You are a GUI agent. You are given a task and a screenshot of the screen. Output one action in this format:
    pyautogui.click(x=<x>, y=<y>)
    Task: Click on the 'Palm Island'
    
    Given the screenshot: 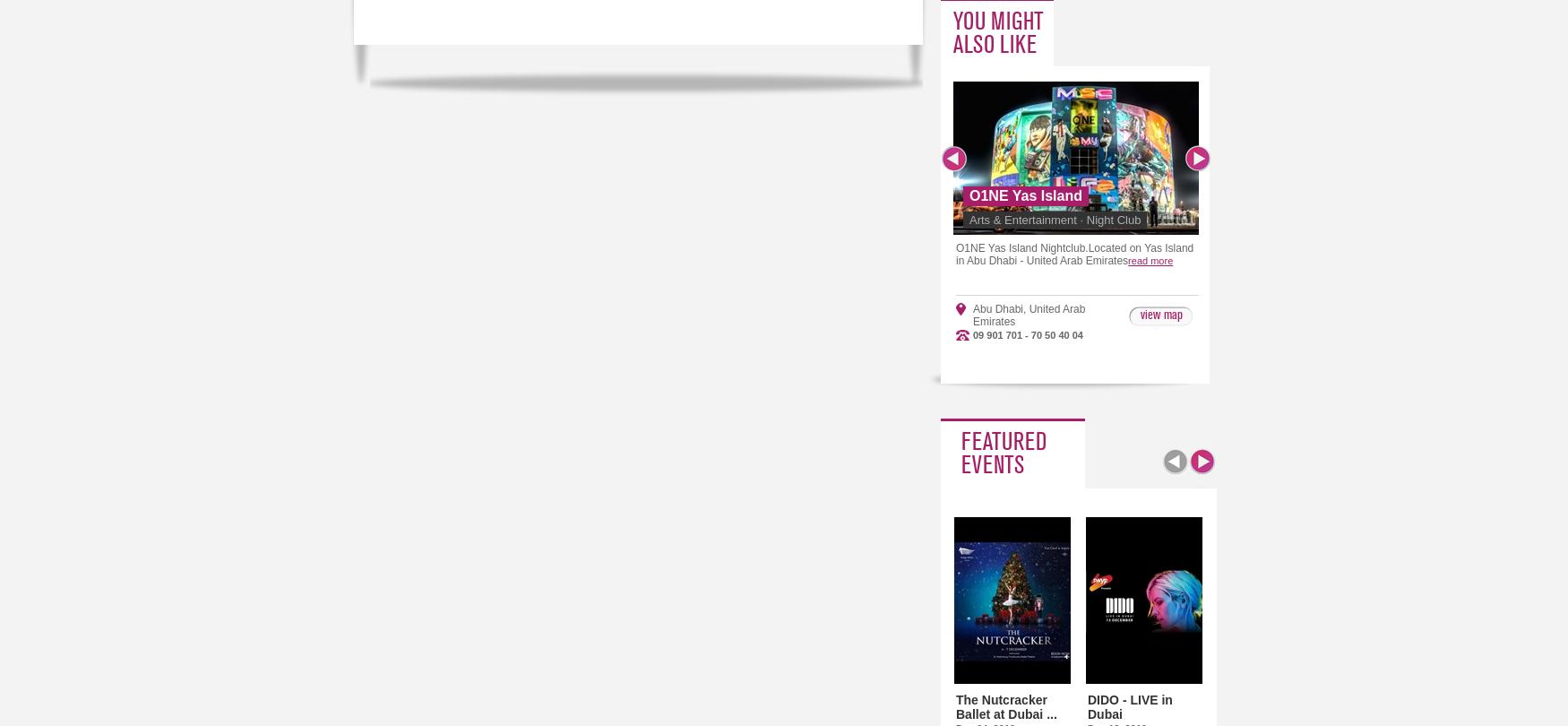 What is the action you would take?
    pyautogui.click(x=1490, y=307)
    